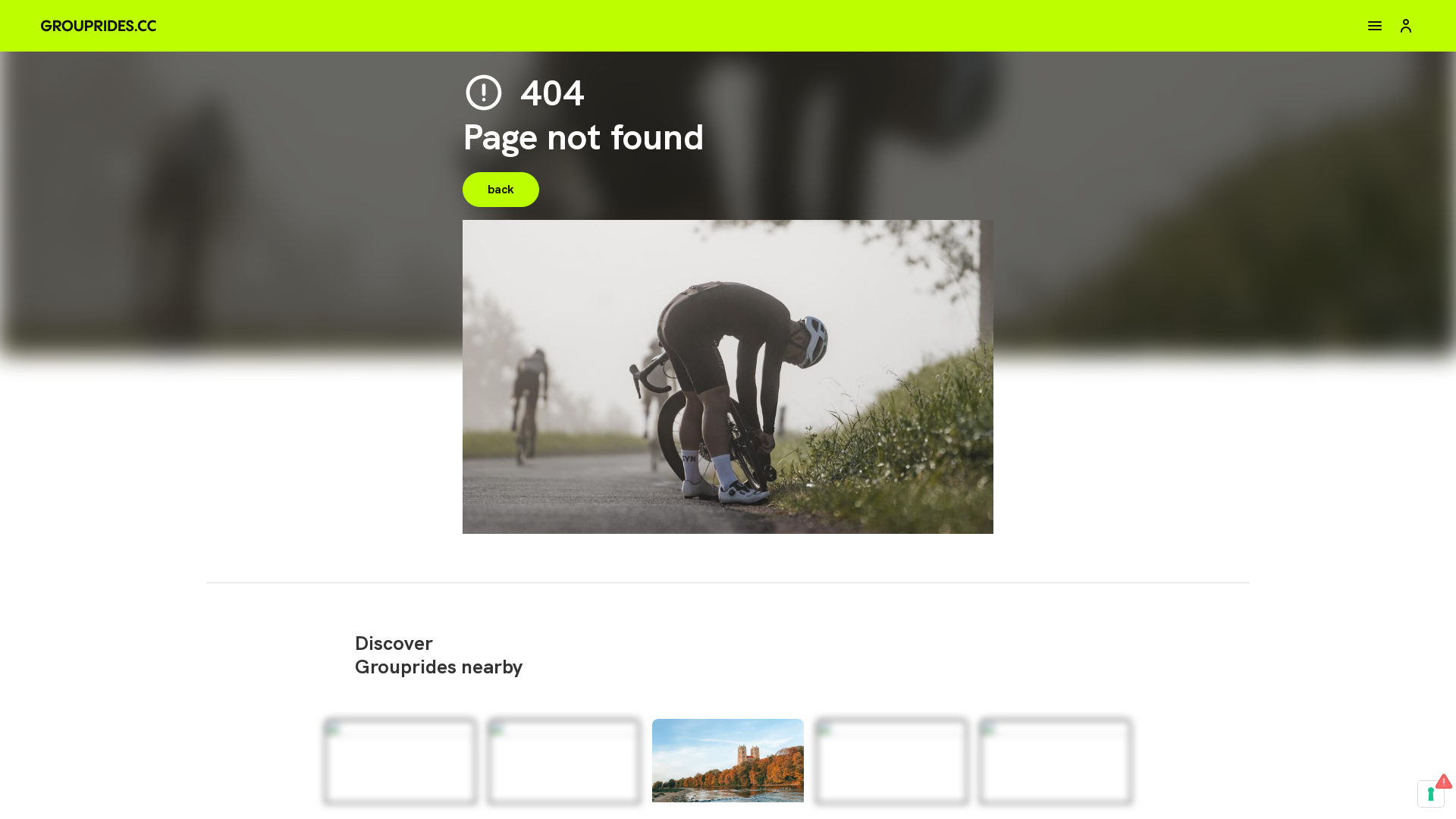  Describe the element at coordinates (500, 189) in the screenshot. I see `'back'` at that location.